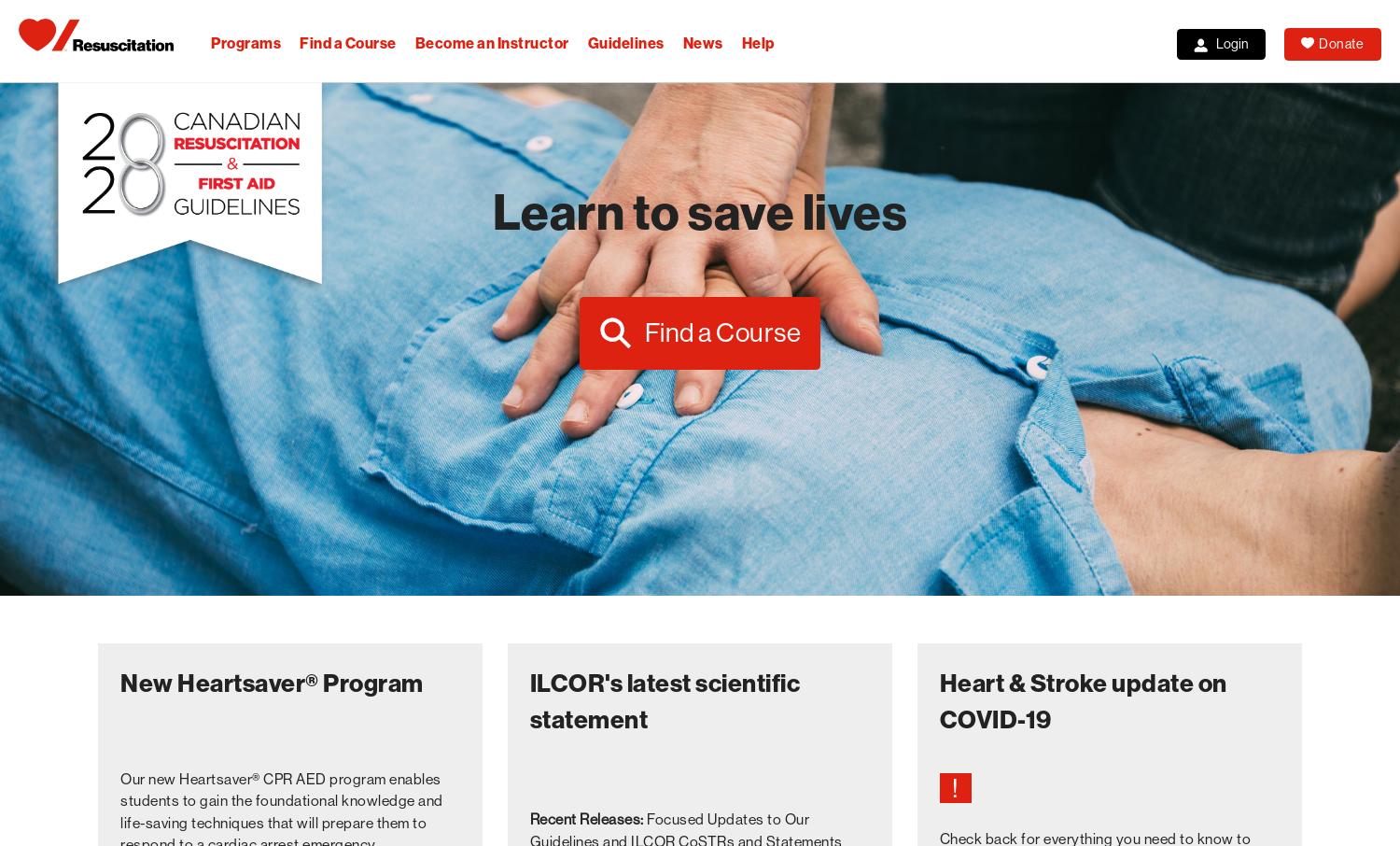 This screenshot has height=846, width=1400. What do you see at coordinates (491, 43) in the screenshot?
I see `'Become an Instructor'` at bounding box center [491, 43].